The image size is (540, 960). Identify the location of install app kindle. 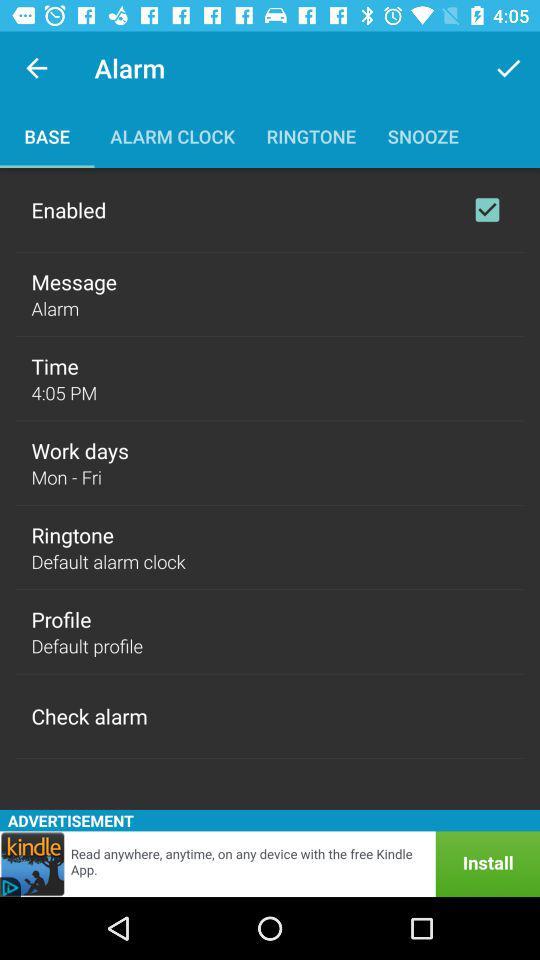
(270, 863).